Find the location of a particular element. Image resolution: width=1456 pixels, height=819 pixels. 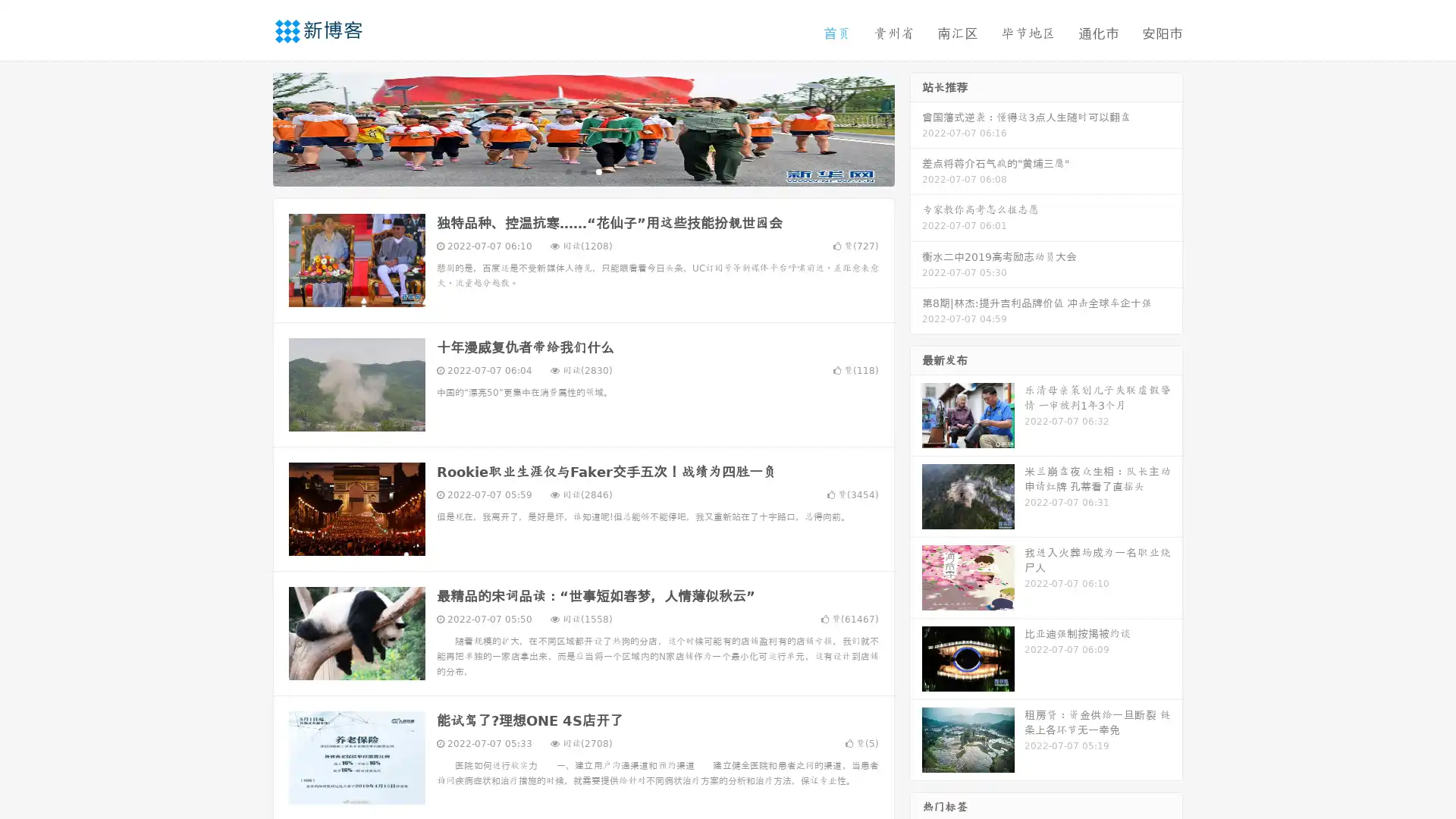

Go to slide 1 is located at coordinates (567, 171).